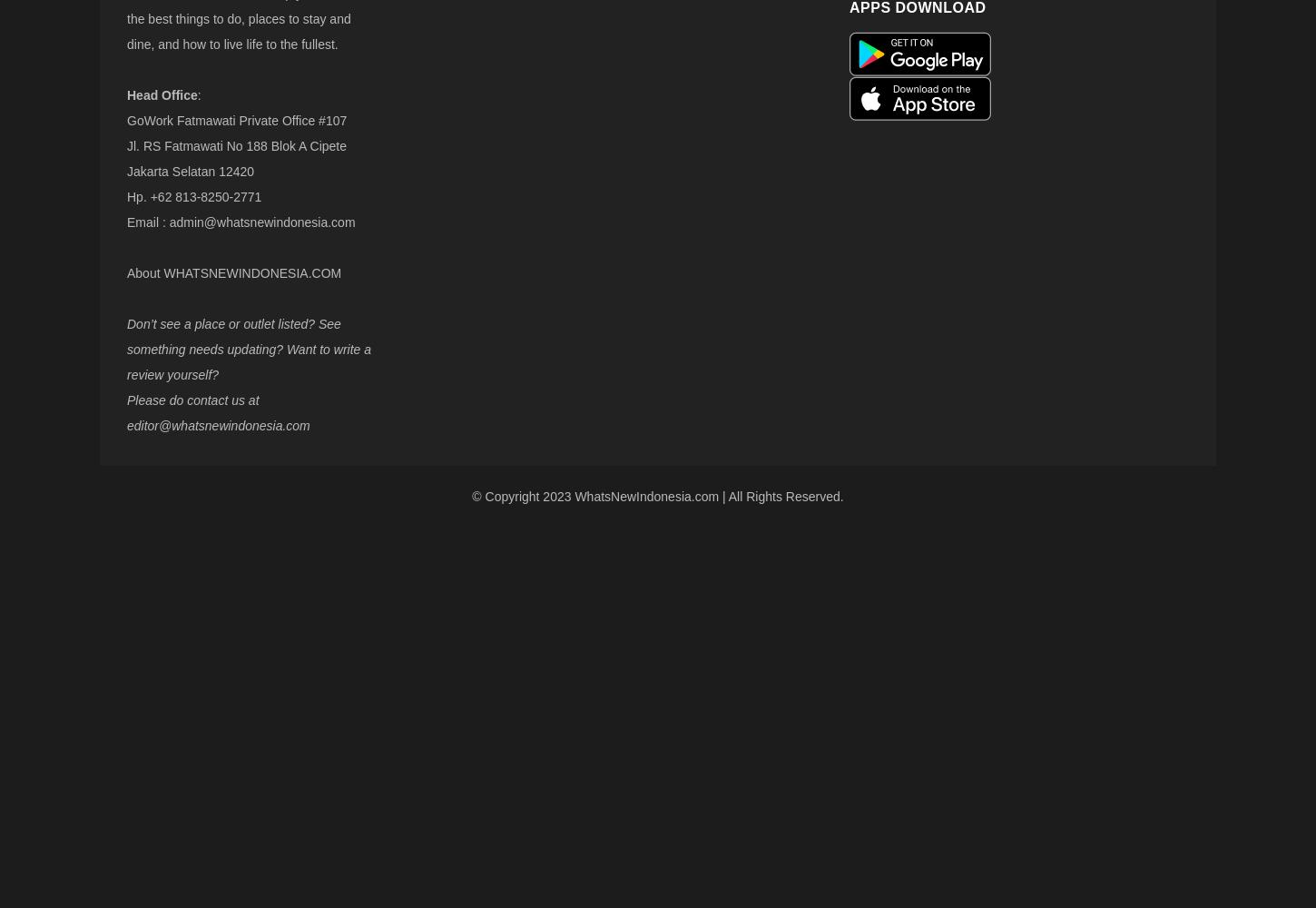  I want to click on '© Copyright 2023 WhatsNewIndonesia.com | All Rights Reserved.', so click(656, 497).